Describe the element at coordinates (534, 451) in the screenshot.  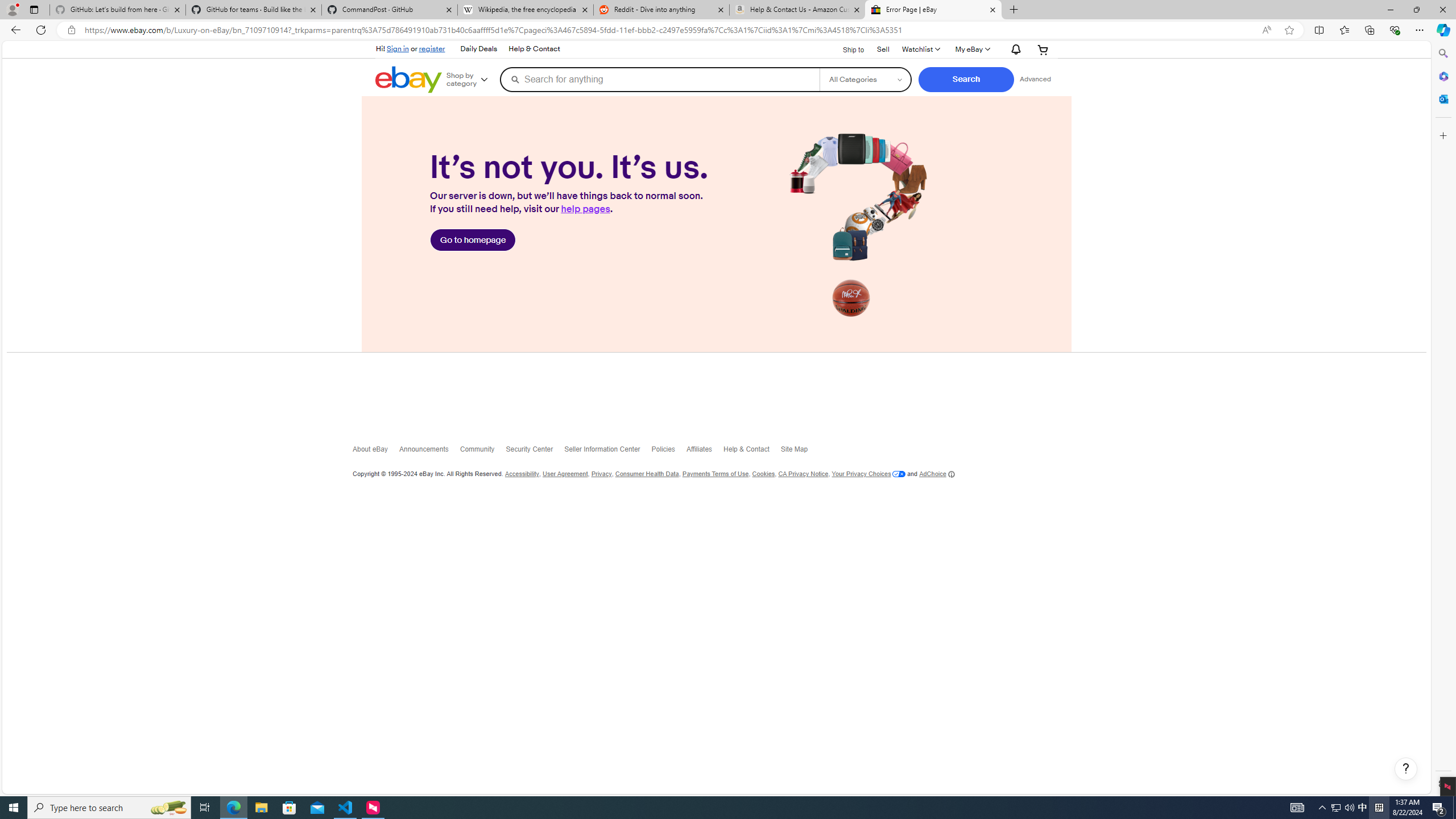
I see `'Security Center'` at that location.